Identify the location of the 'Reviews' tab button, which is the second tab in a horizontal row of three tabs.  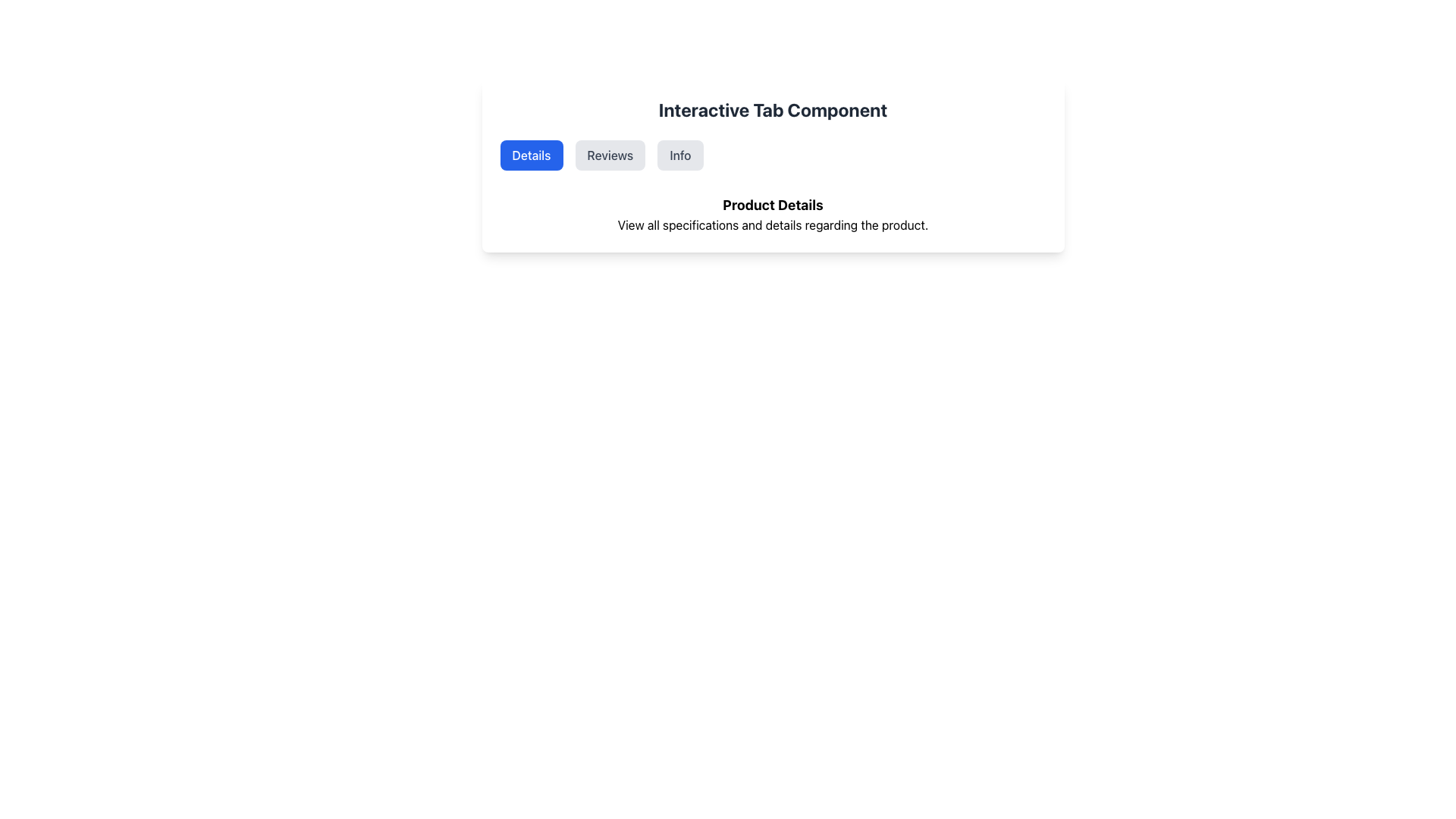
(610, 155).